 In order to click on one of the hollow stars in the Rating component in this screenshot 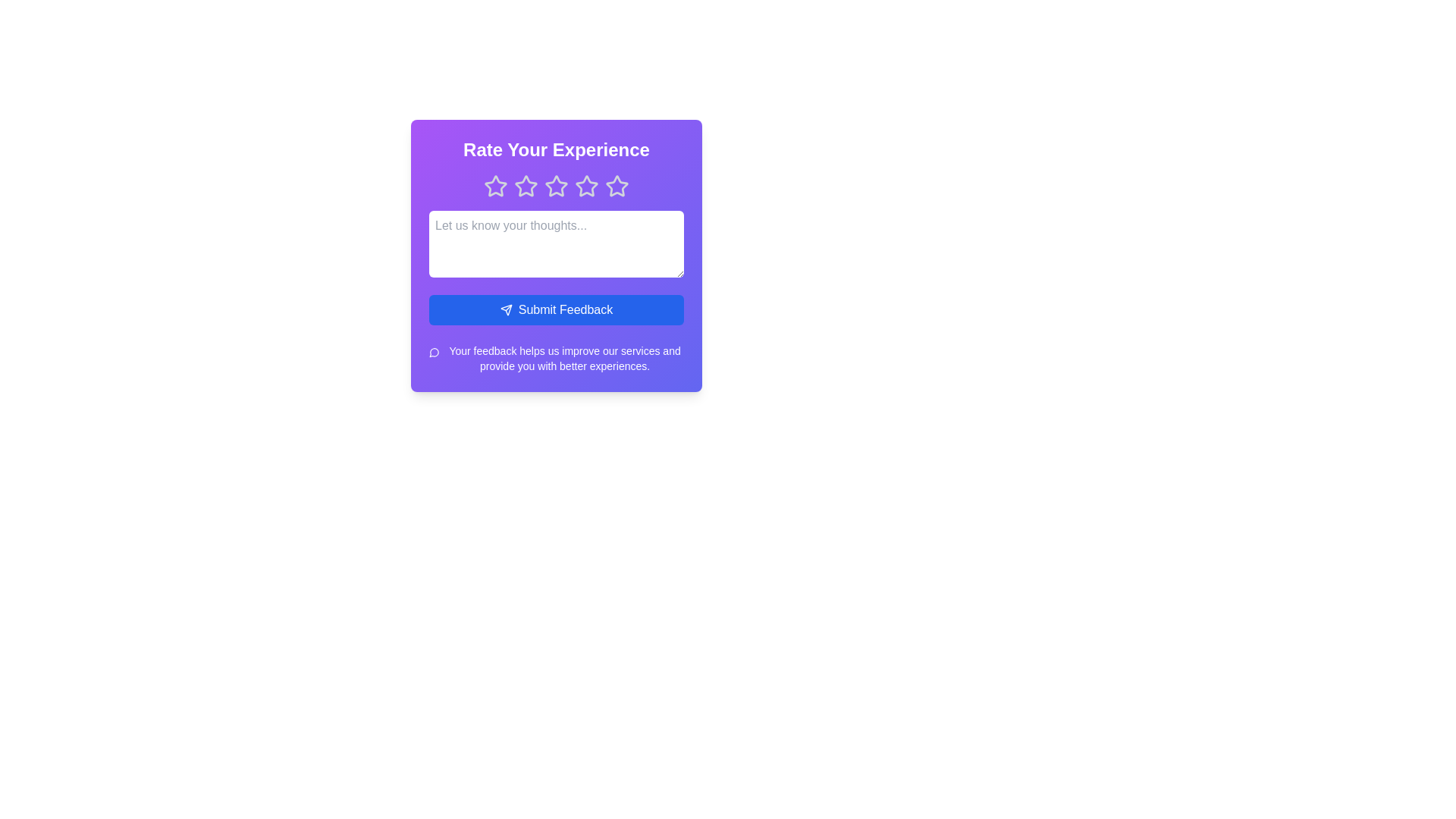, I will do `click(556, 186)`.